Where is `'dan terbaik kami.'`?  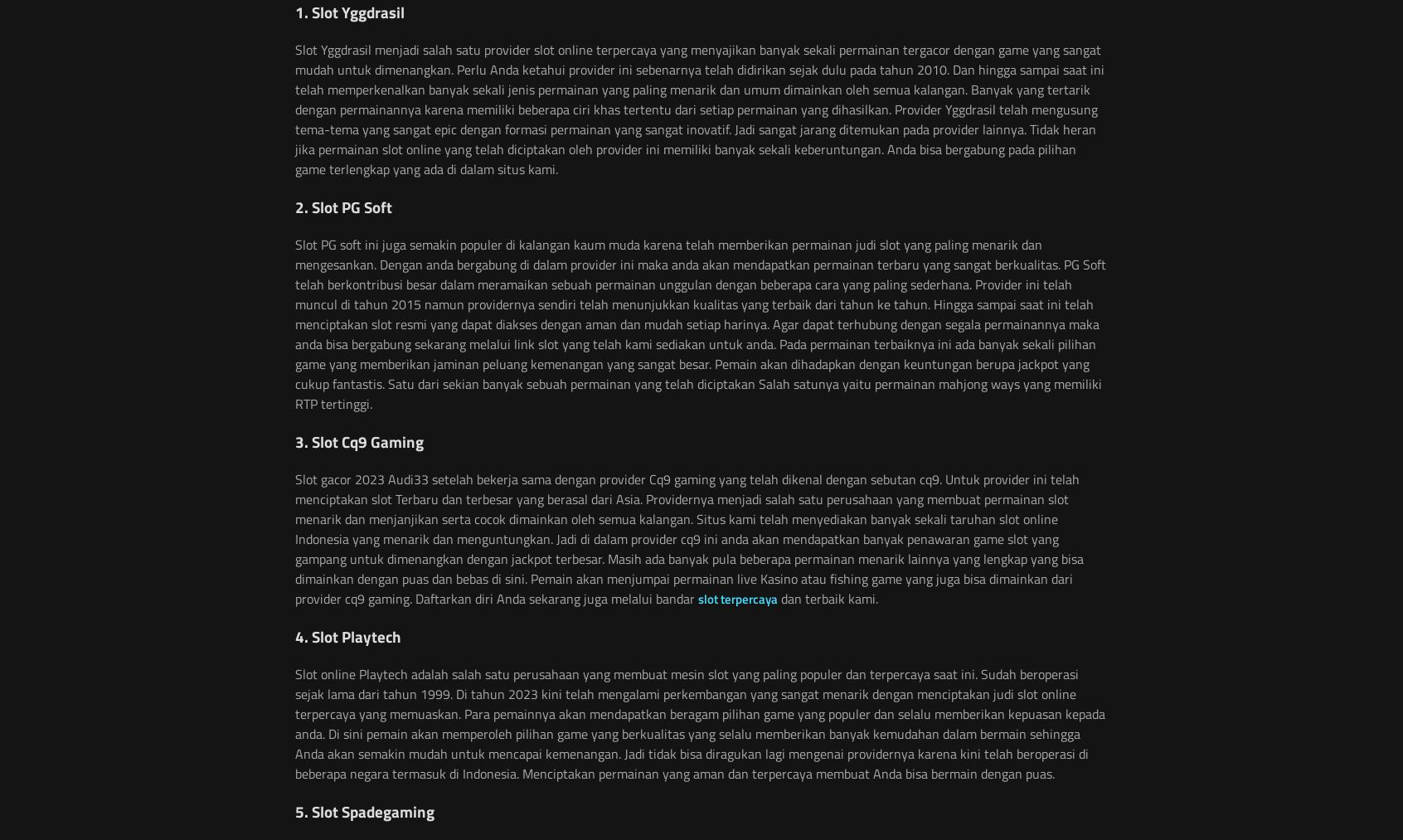 'dan terbaik kami.' is located at coordinates (827, 597).